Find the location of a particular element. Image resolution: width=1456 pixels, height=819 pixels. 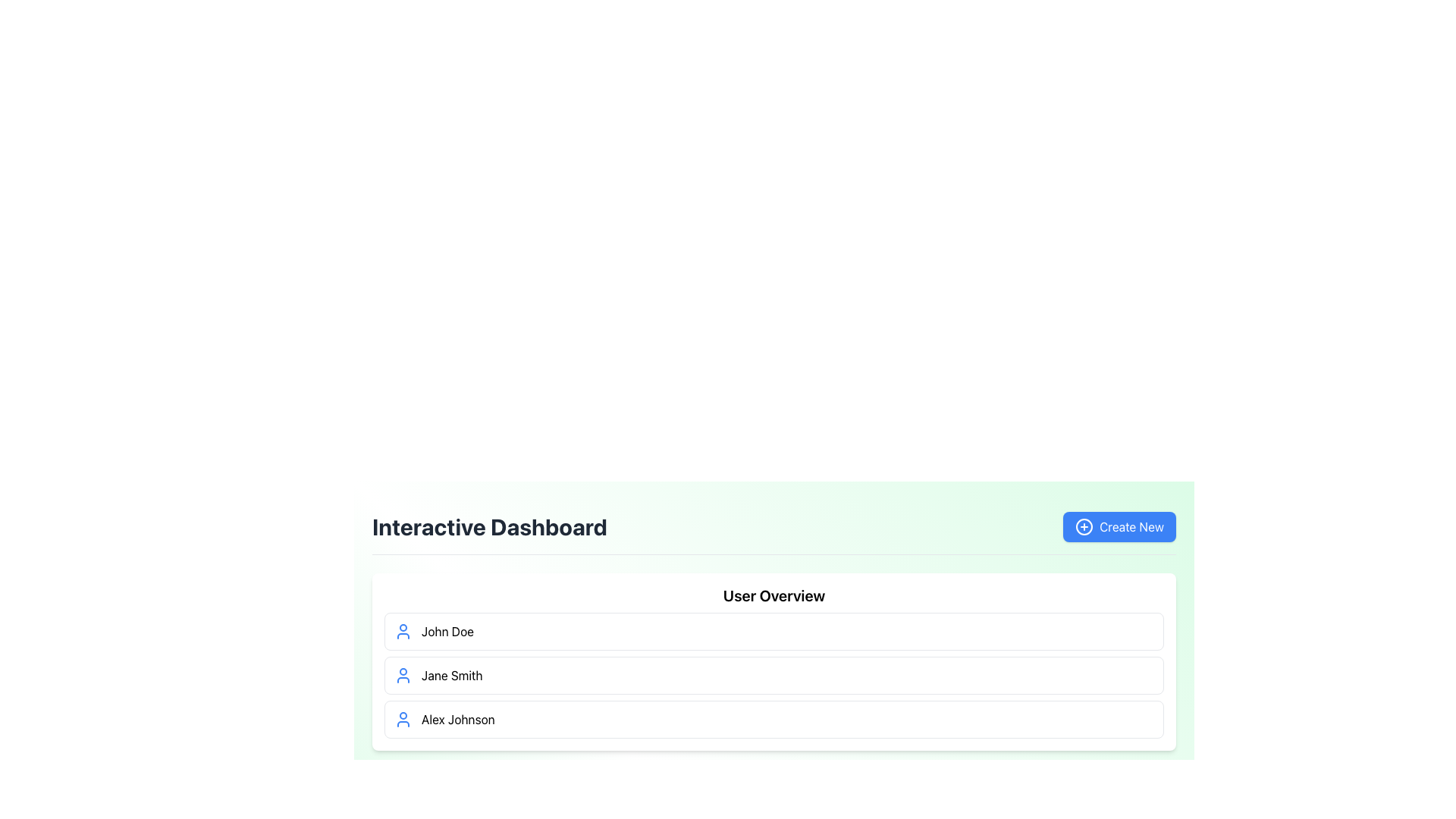

the creation icon located to the left of the 'Create New' button in the top-right corner of the interactive dashboard is located at coordinates (1084, 526).